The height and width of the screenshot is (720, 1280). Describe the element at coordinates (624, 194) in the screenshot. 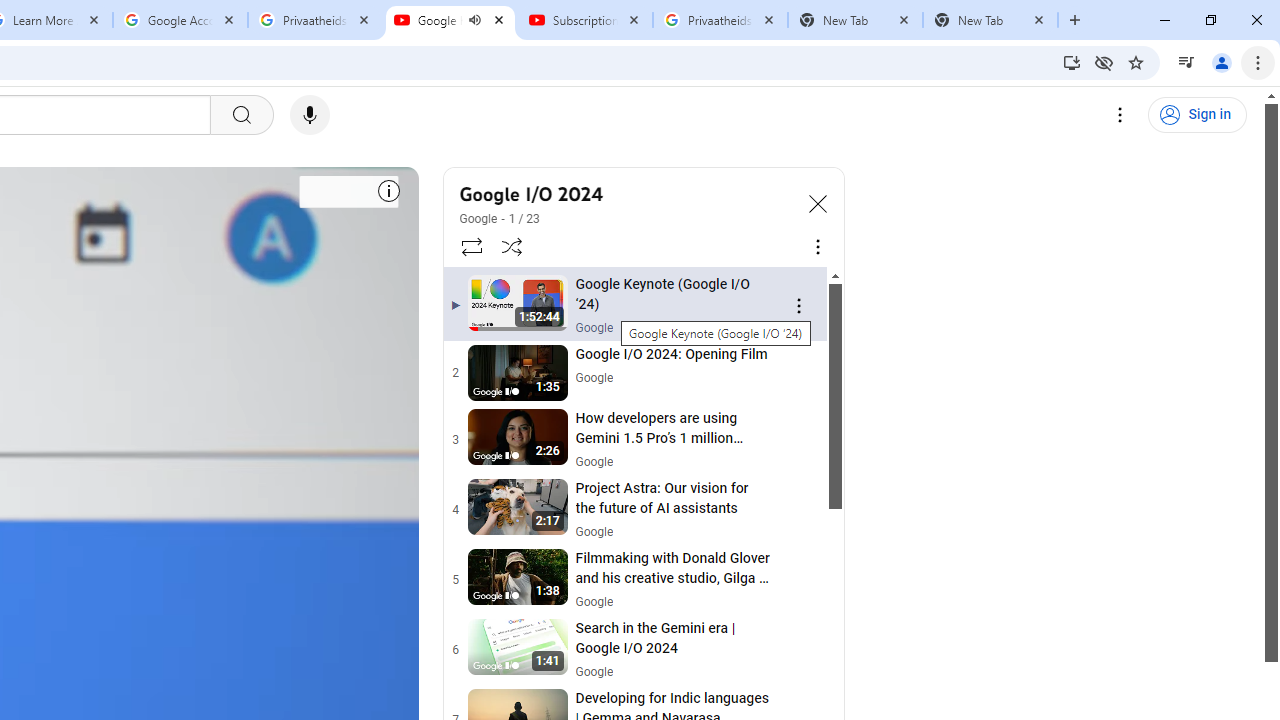

I see `'Google I/O 2024'` at that location.